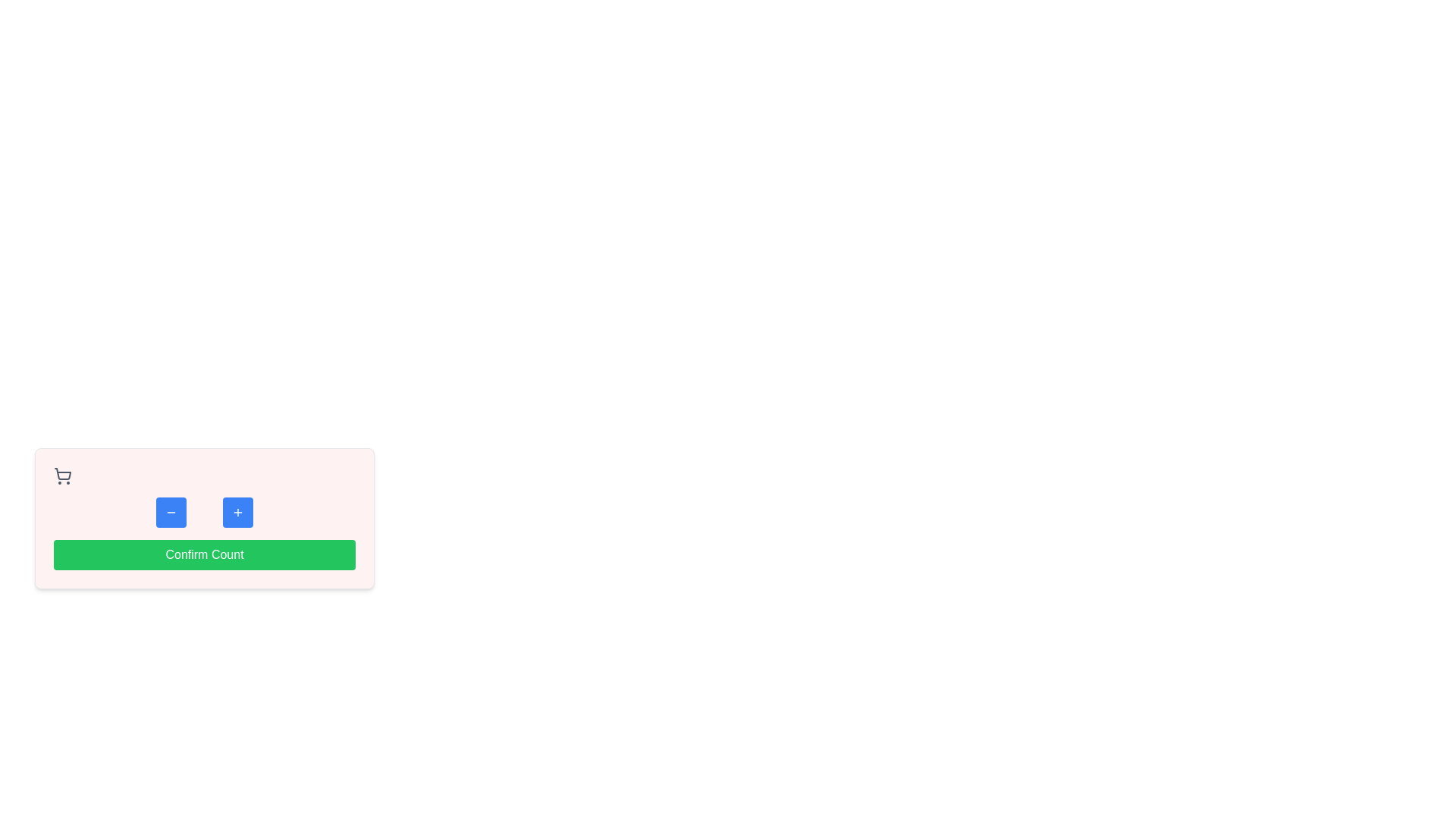  I want to click on the '+' button with a blue background and rounded corners to increment or add, so click(237, 512).